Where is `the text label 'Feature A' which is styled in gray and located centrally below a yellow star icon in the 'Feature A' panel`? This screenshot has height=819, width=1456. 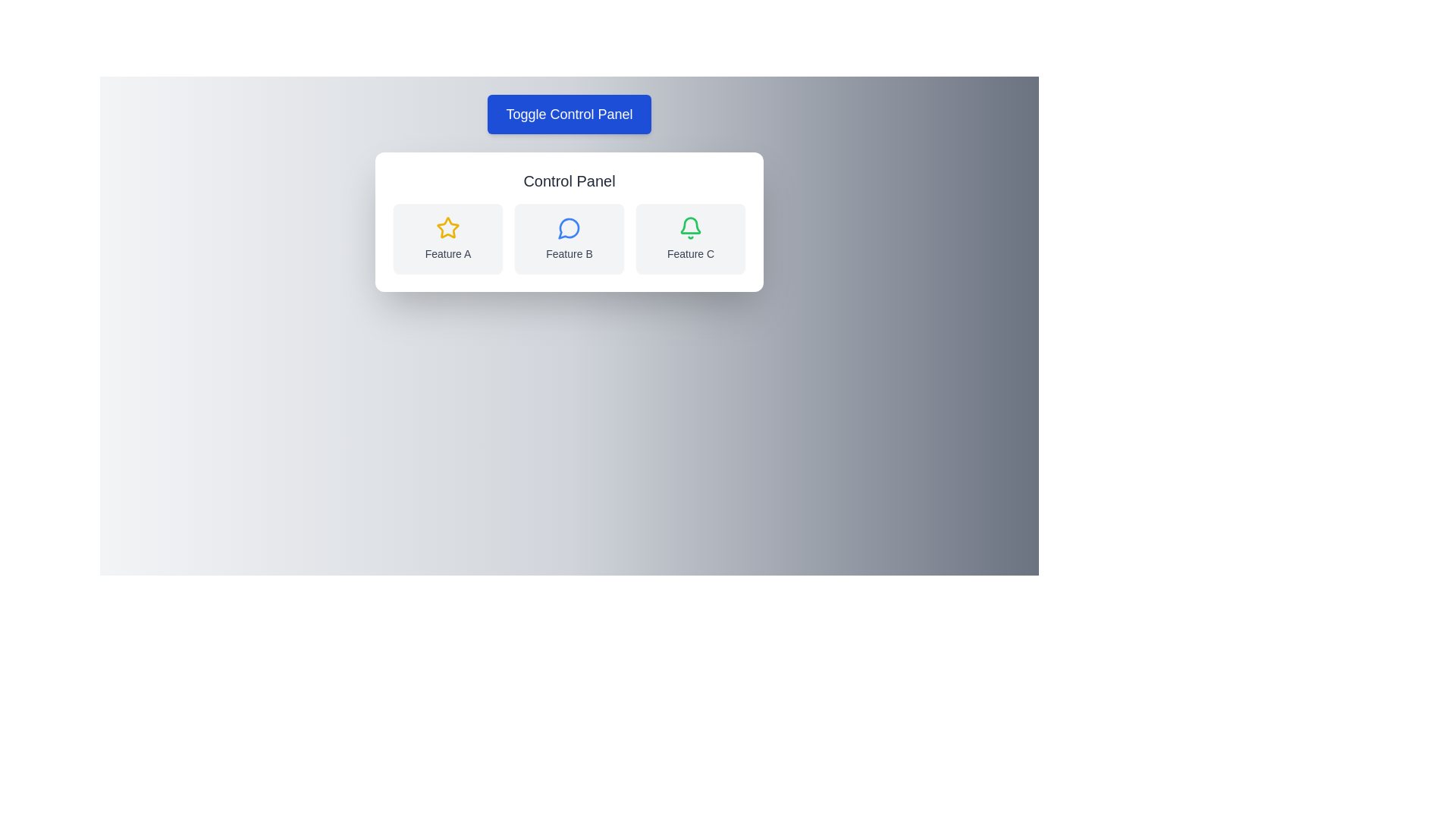 the text label 'Feature A' which is styled in gray and located centrally below a yellow star icon in the 'Feature A' panel is located at coordinates (447, 253).